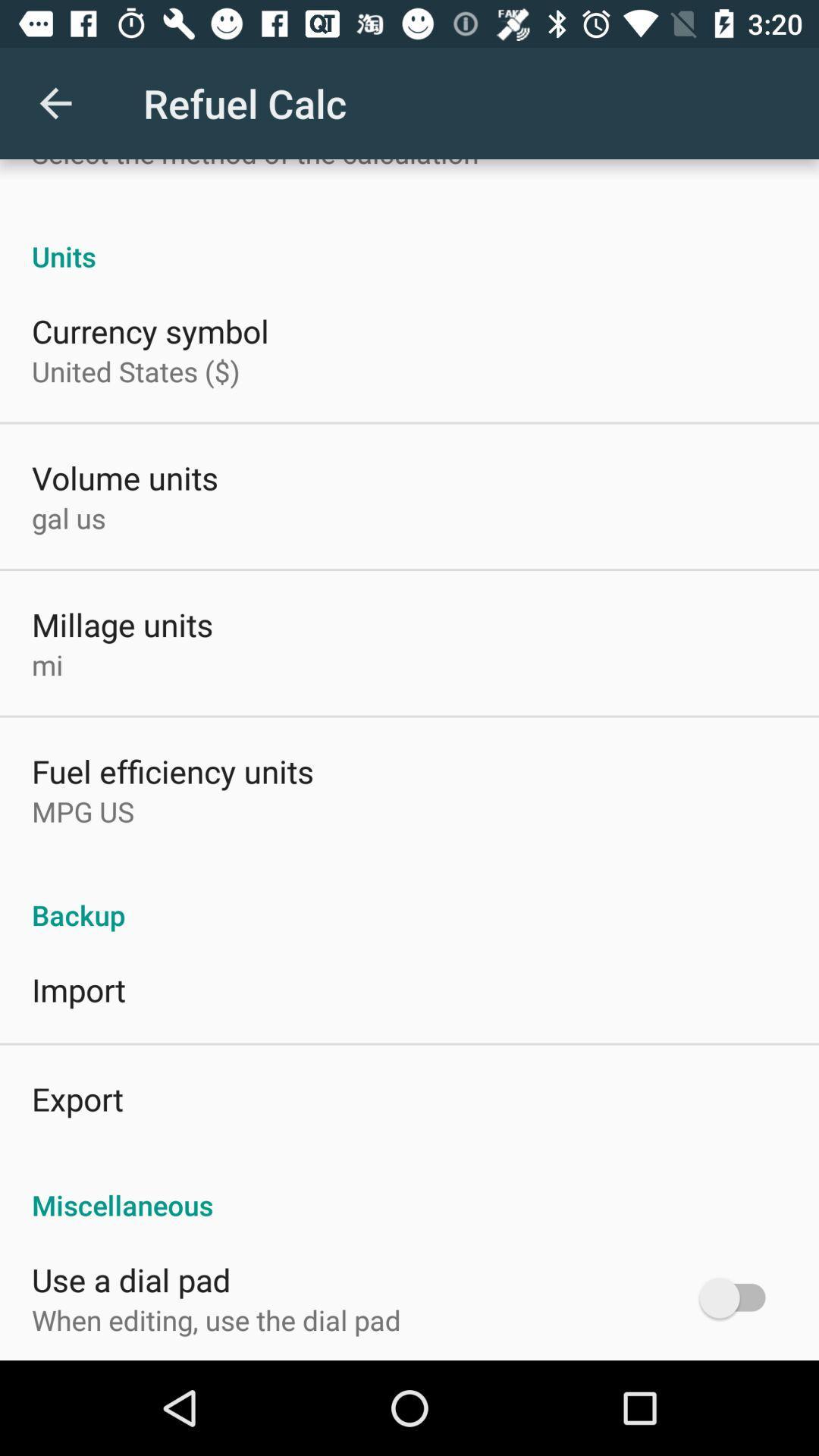  I want to click on the icon below the gal us app, so click(121, 624).